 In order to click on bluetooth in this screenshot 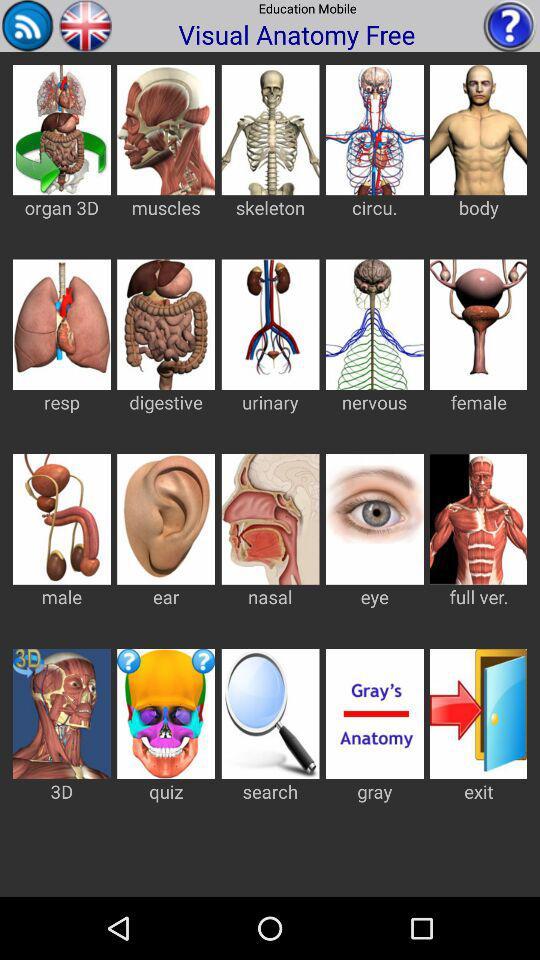, I will do `click(27, 24)`.